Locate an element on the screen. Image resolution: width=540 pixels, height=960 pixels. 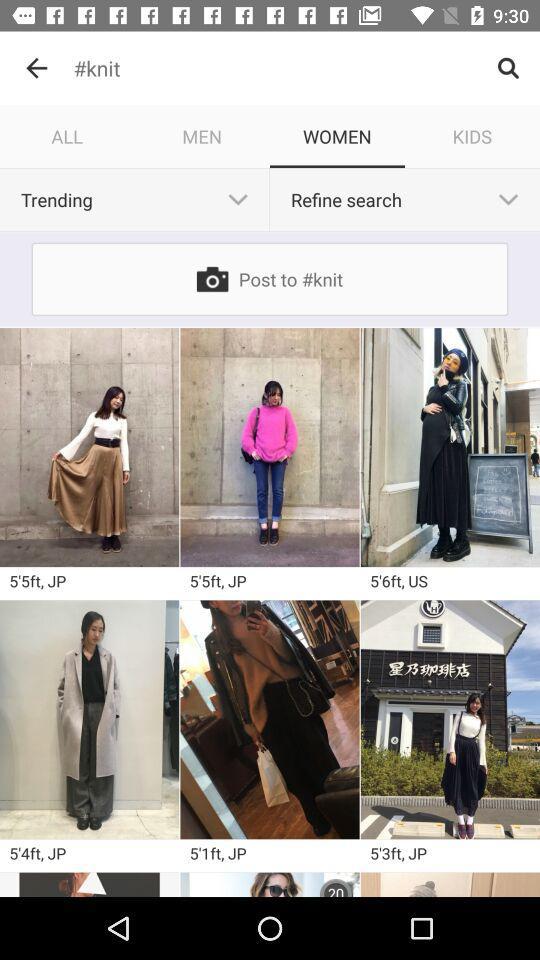
the icon to the right of men icon is located at coordinates (337, 135).